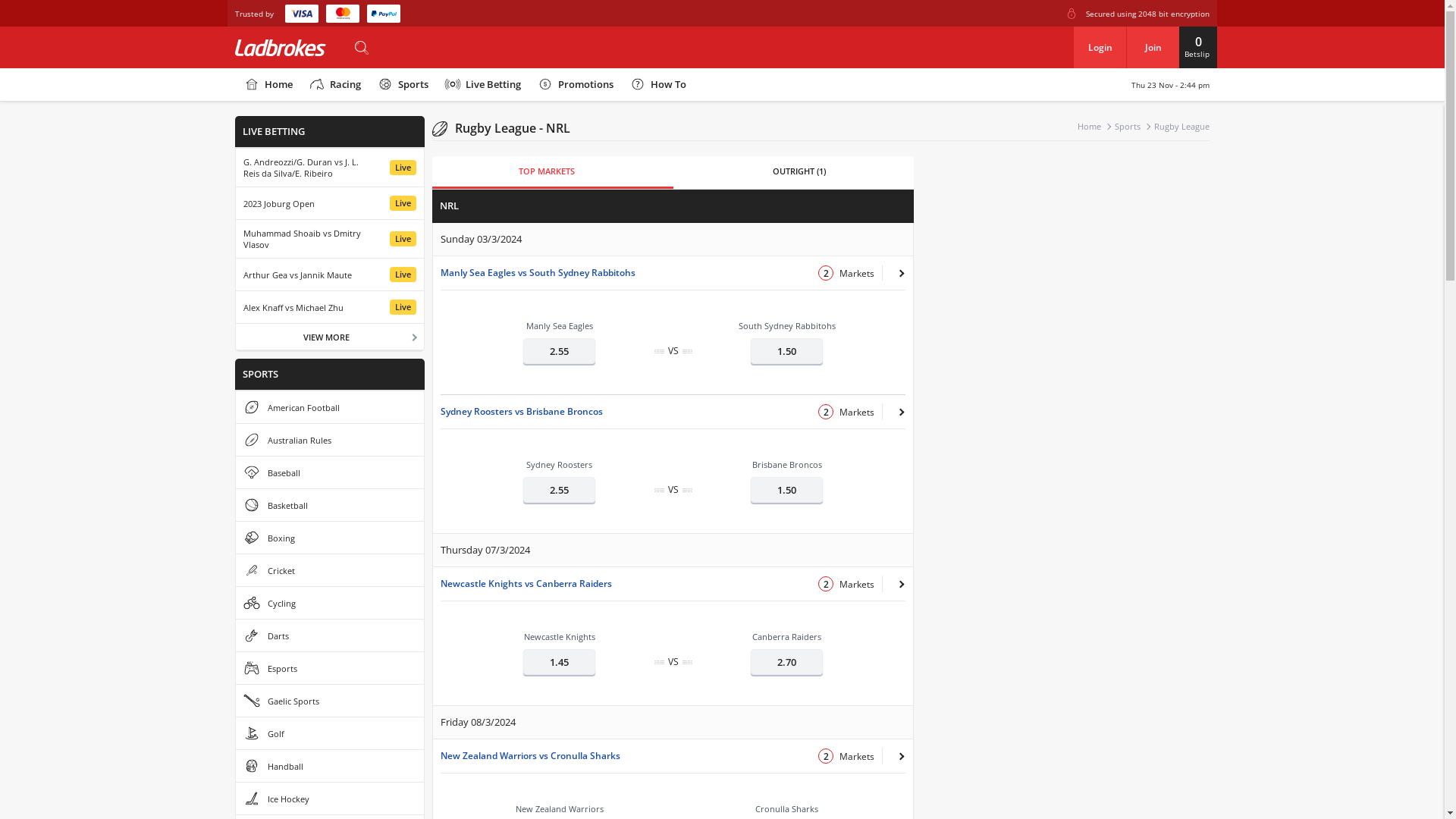 The width and height of the screenshot is (1456, 819). I want to click on 'Baseball', so click(329, 472).